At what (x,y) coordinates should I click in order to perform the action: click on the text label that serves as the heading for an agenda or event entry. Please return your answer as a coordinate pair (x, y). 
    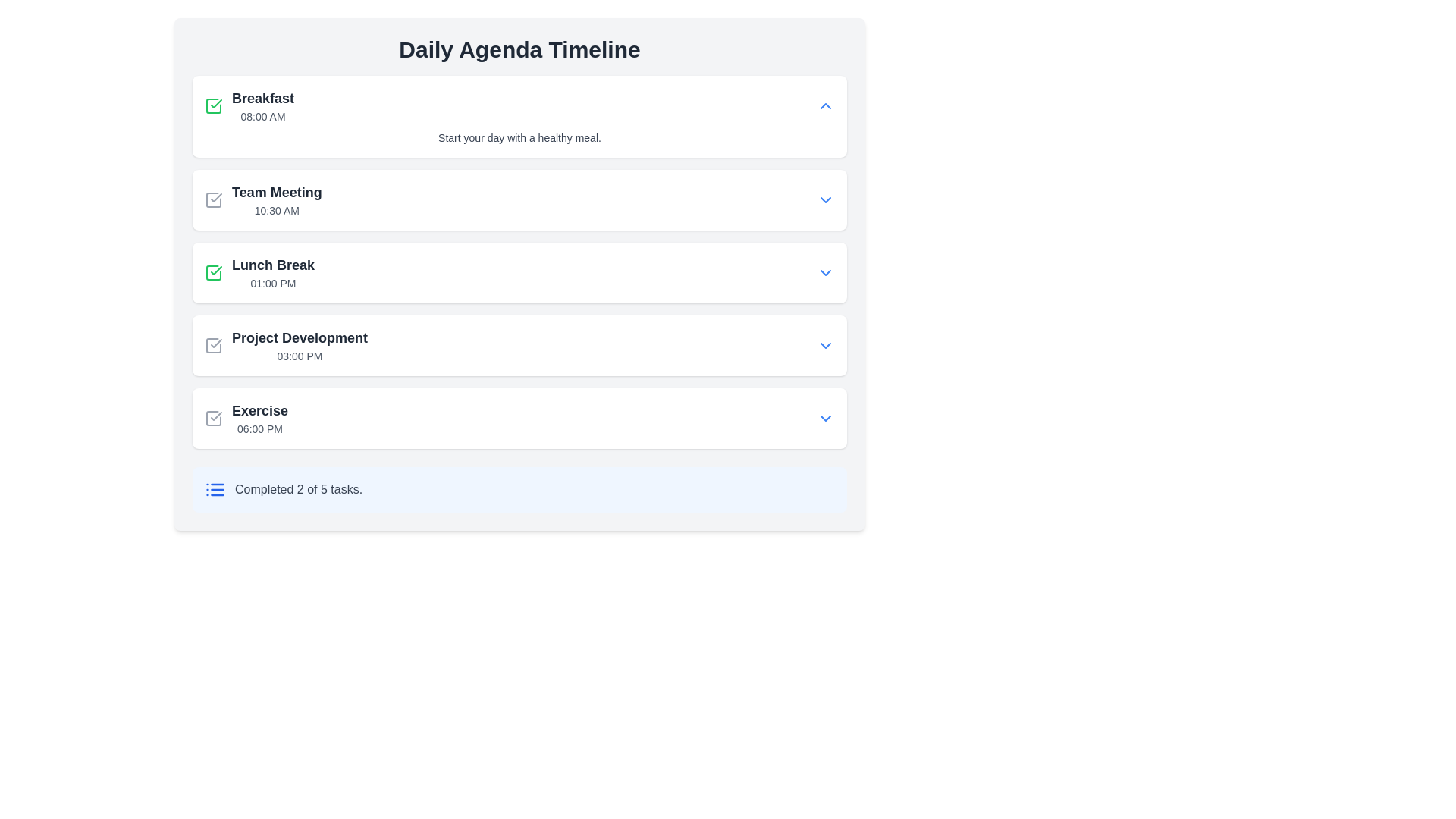
    Looking at the image, I should click on (262, 99).